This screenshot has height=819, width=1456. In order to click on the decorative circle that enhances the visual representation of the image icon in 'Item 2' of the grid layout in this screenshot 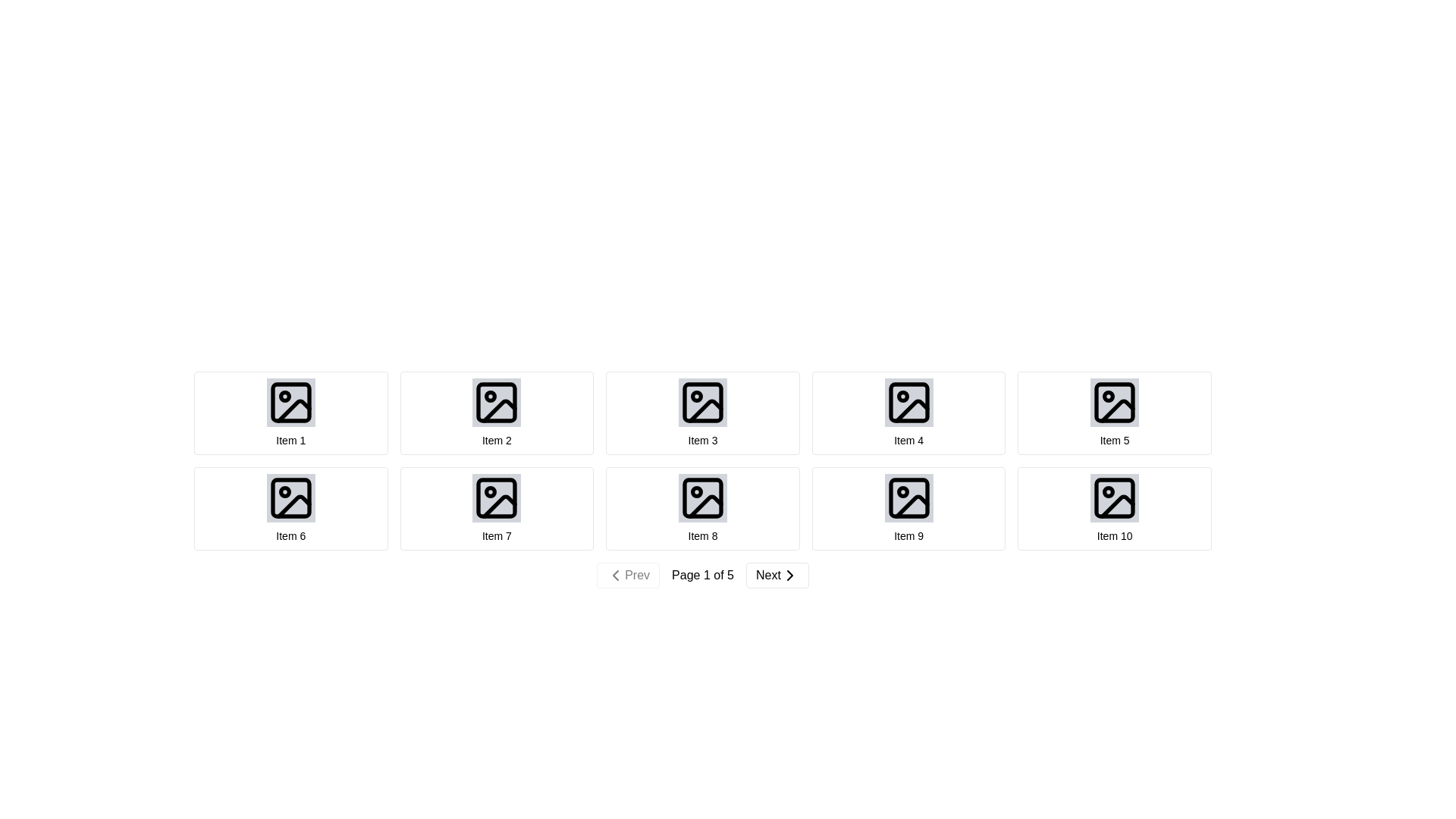, I will do `click(491, 396)`.